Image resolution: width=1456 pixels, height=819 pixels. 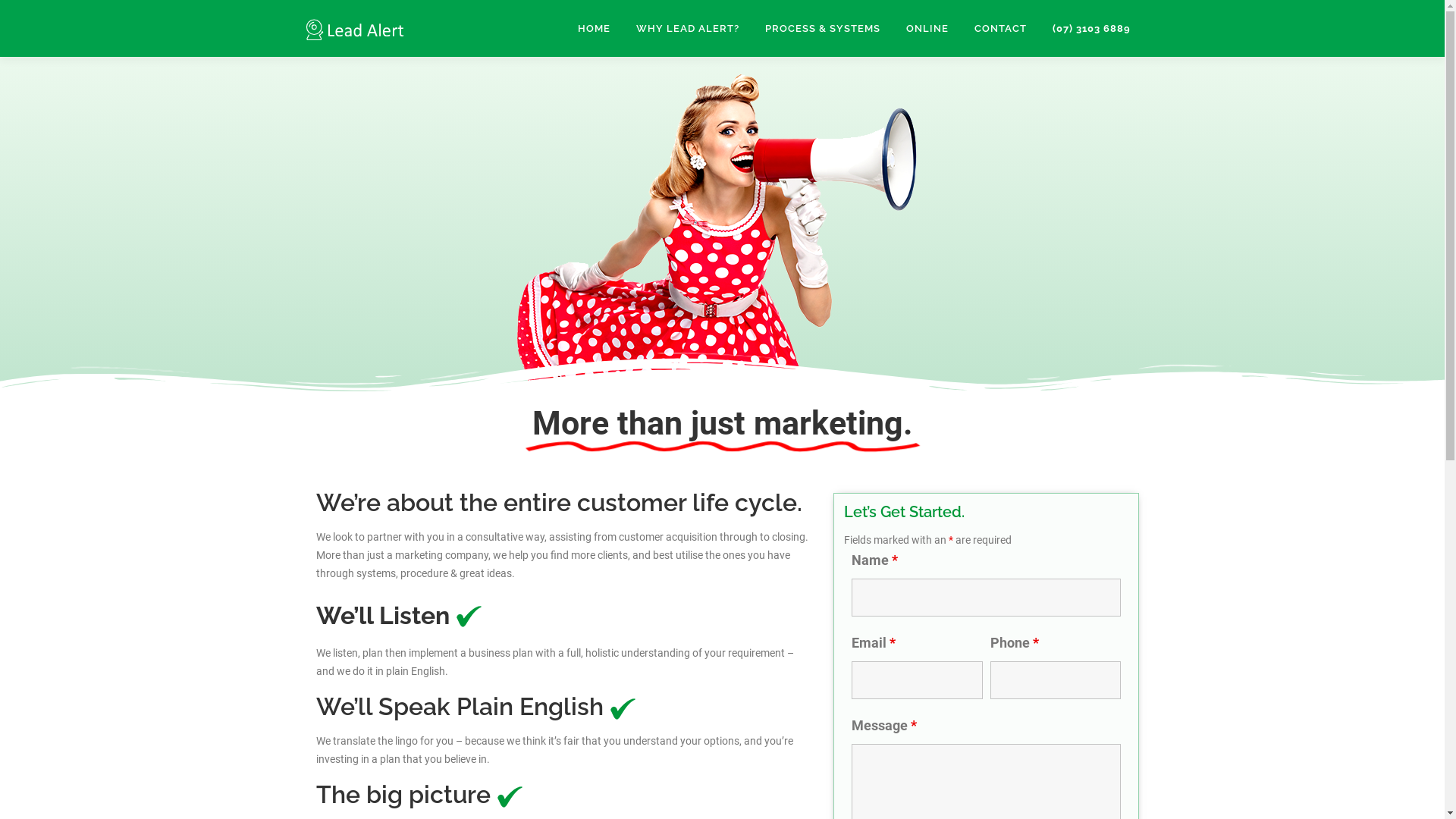 I want to click on 'CONTACT', so click(x=1000, y=28).